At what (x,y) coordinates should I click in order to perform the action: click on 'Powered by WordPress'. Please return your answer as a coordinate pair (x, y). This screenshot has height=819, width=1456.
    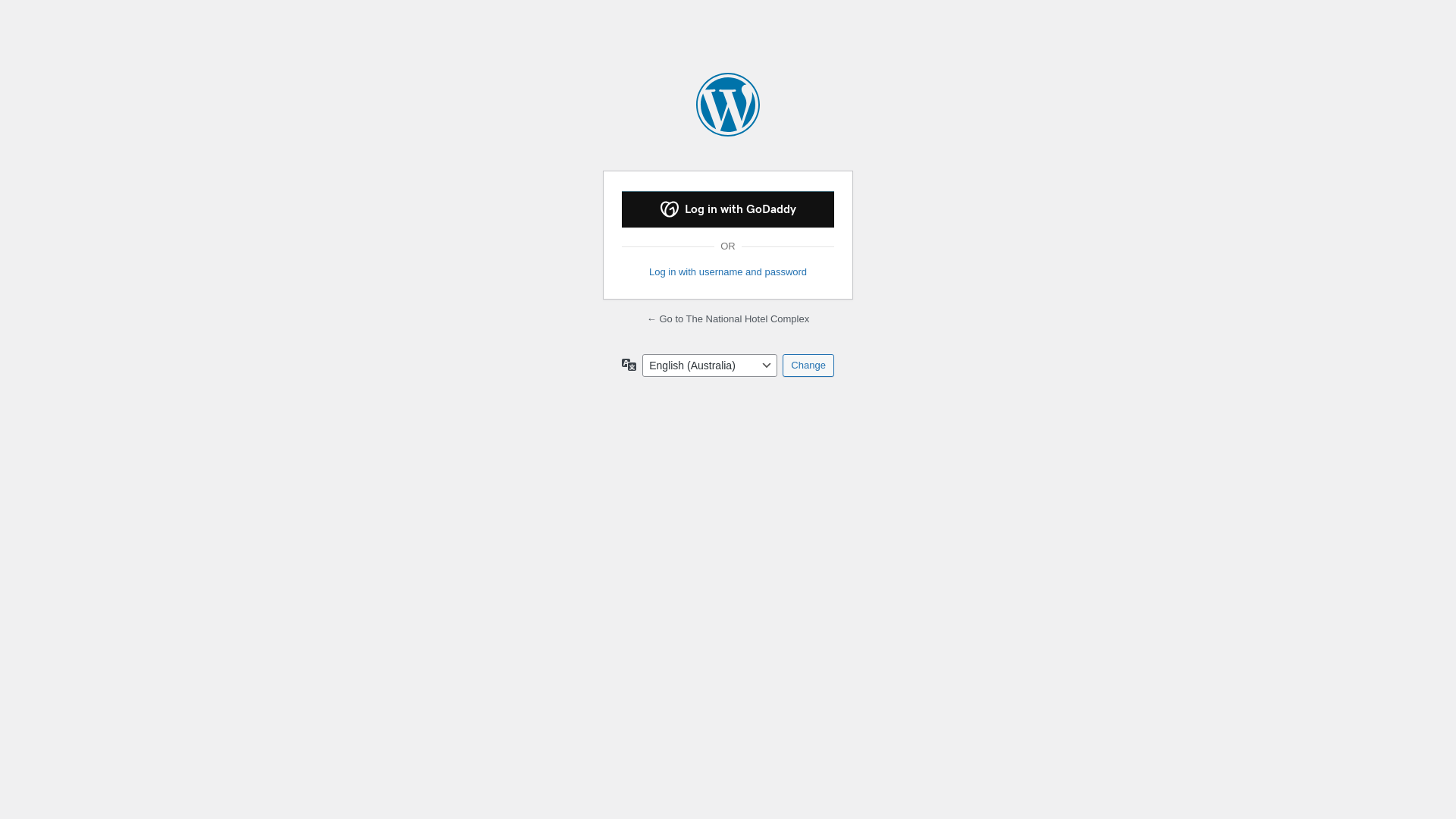
    Looking at the image, I should click on (728, 104).